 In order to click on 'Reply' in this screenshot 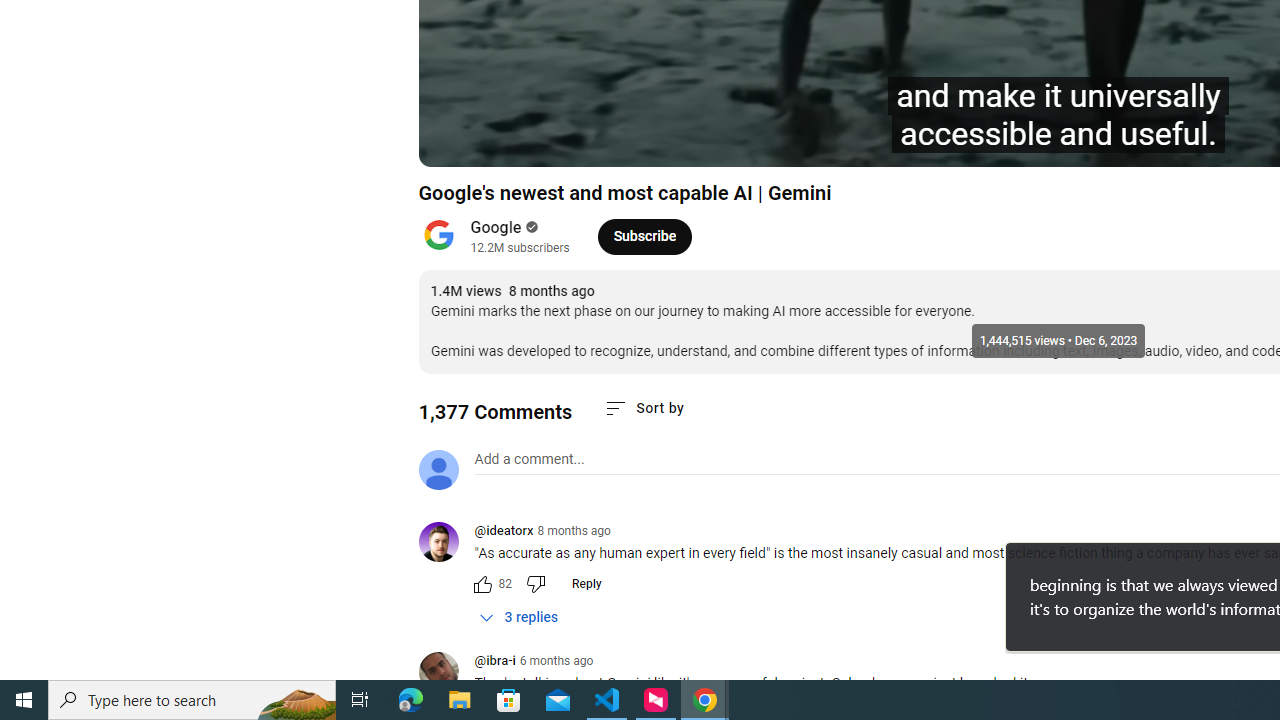, I will do `click(585, 583)`.